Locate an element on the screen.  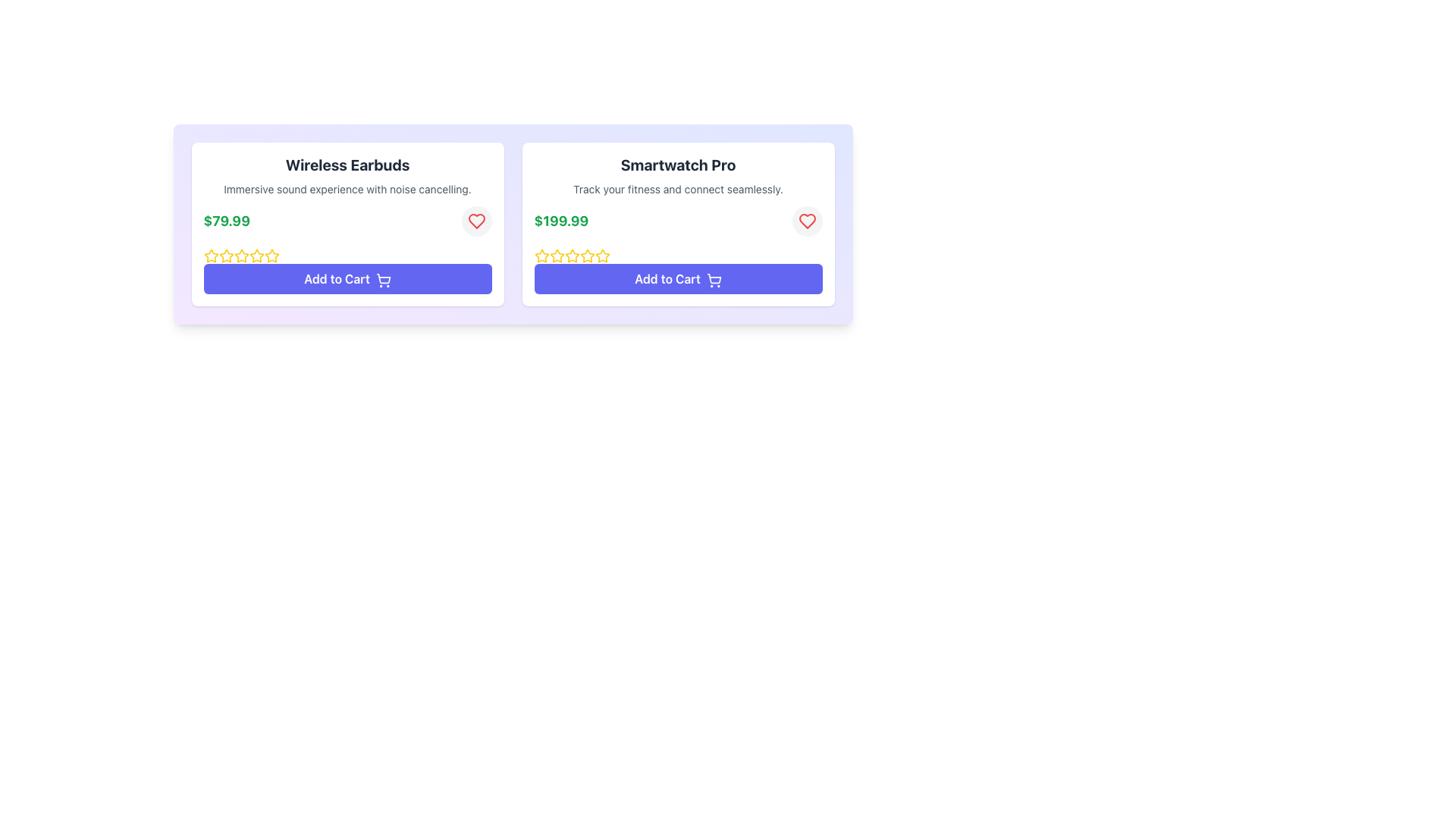
the fourth star icon representing the rating for the 'Wireless Earbuds' product, located below the price and above the 'Add to Cart' button is located at coordinates (240, 256).